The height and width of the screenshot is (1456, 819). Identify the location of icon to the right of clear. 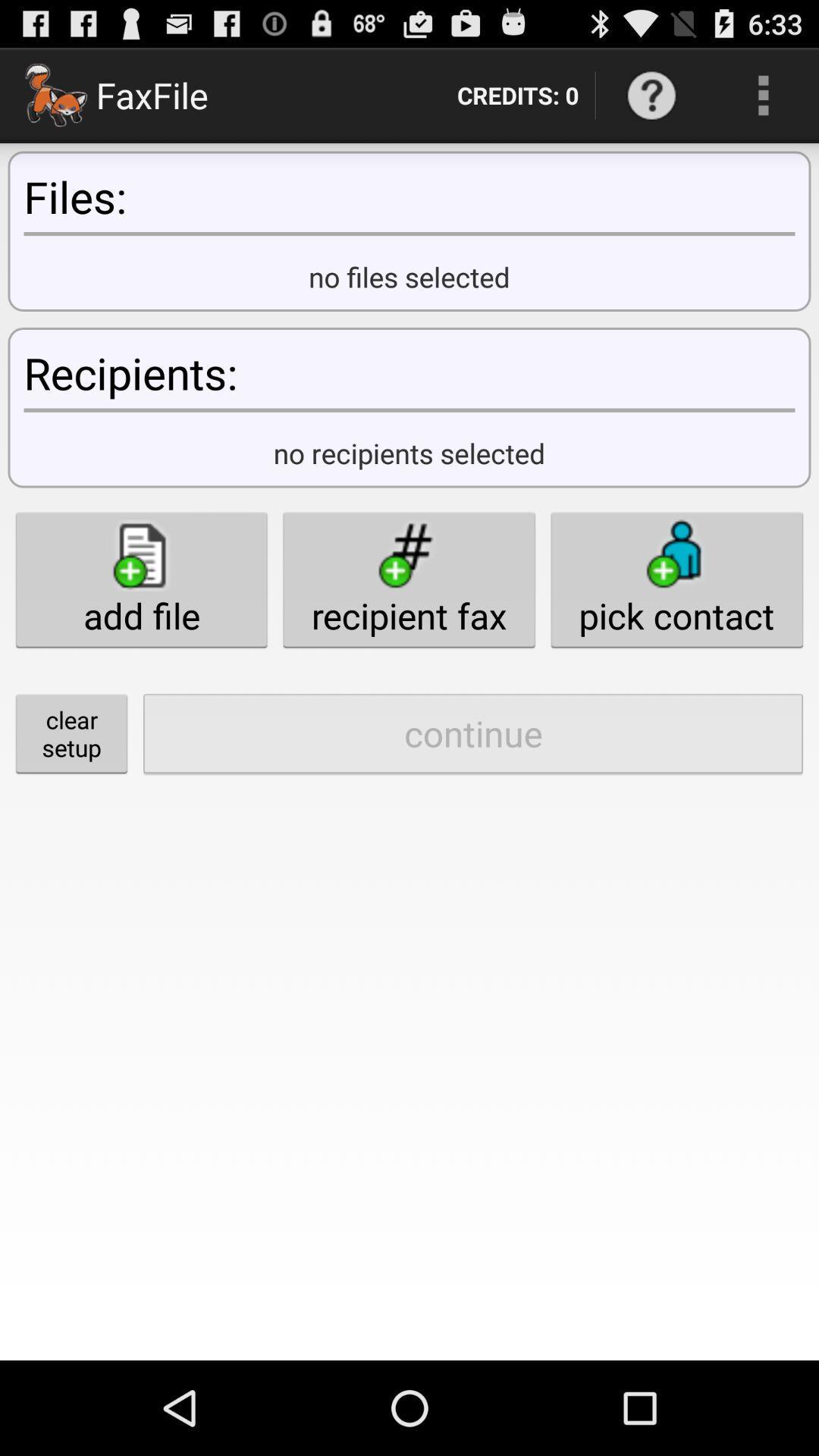
(472, 733).